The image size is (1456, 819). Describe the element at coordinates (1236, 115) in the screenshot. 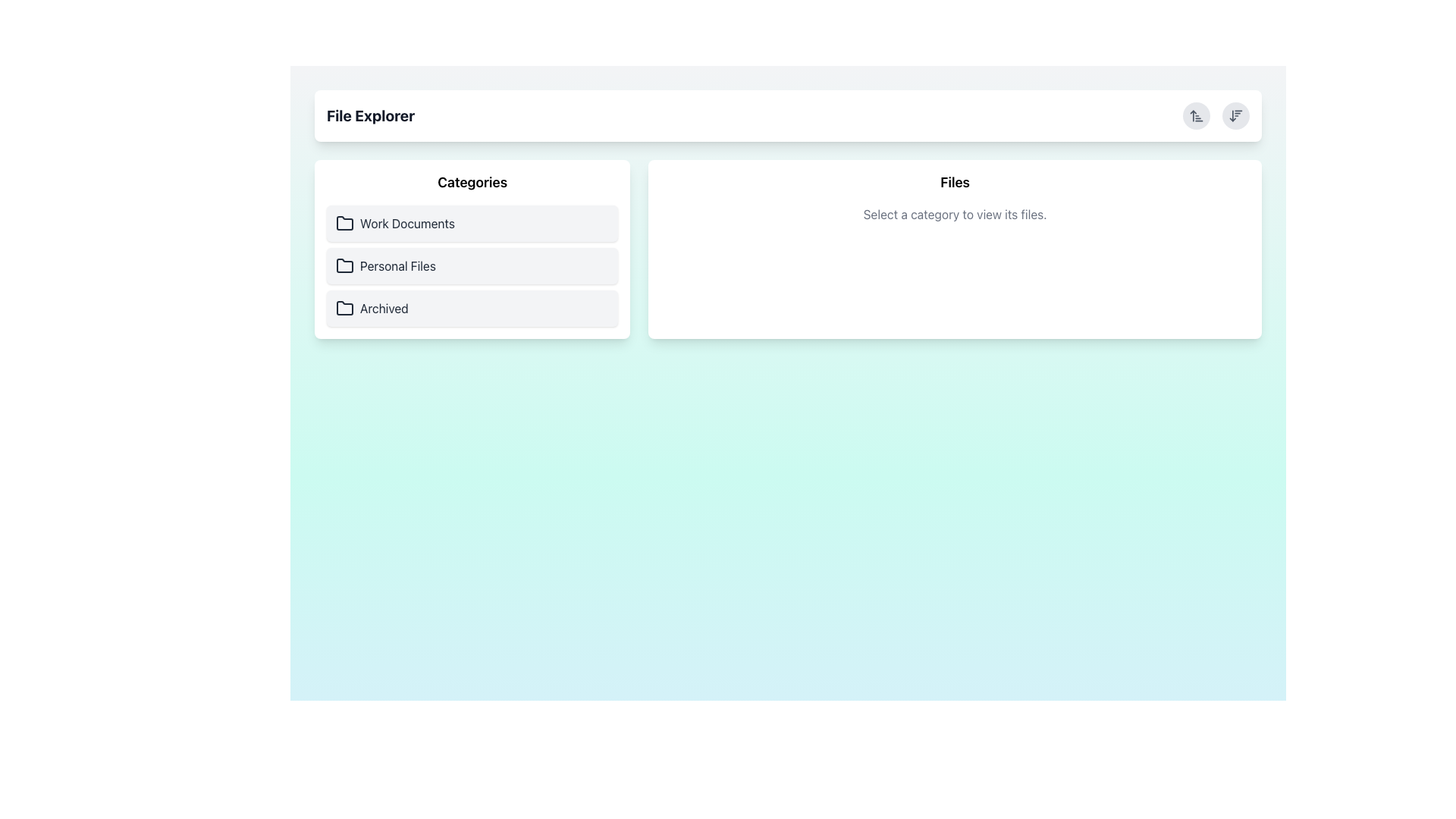

I see `the circular button with a downward arrow icon in the top-right corner of the interface to observe its hover effects` at that location.